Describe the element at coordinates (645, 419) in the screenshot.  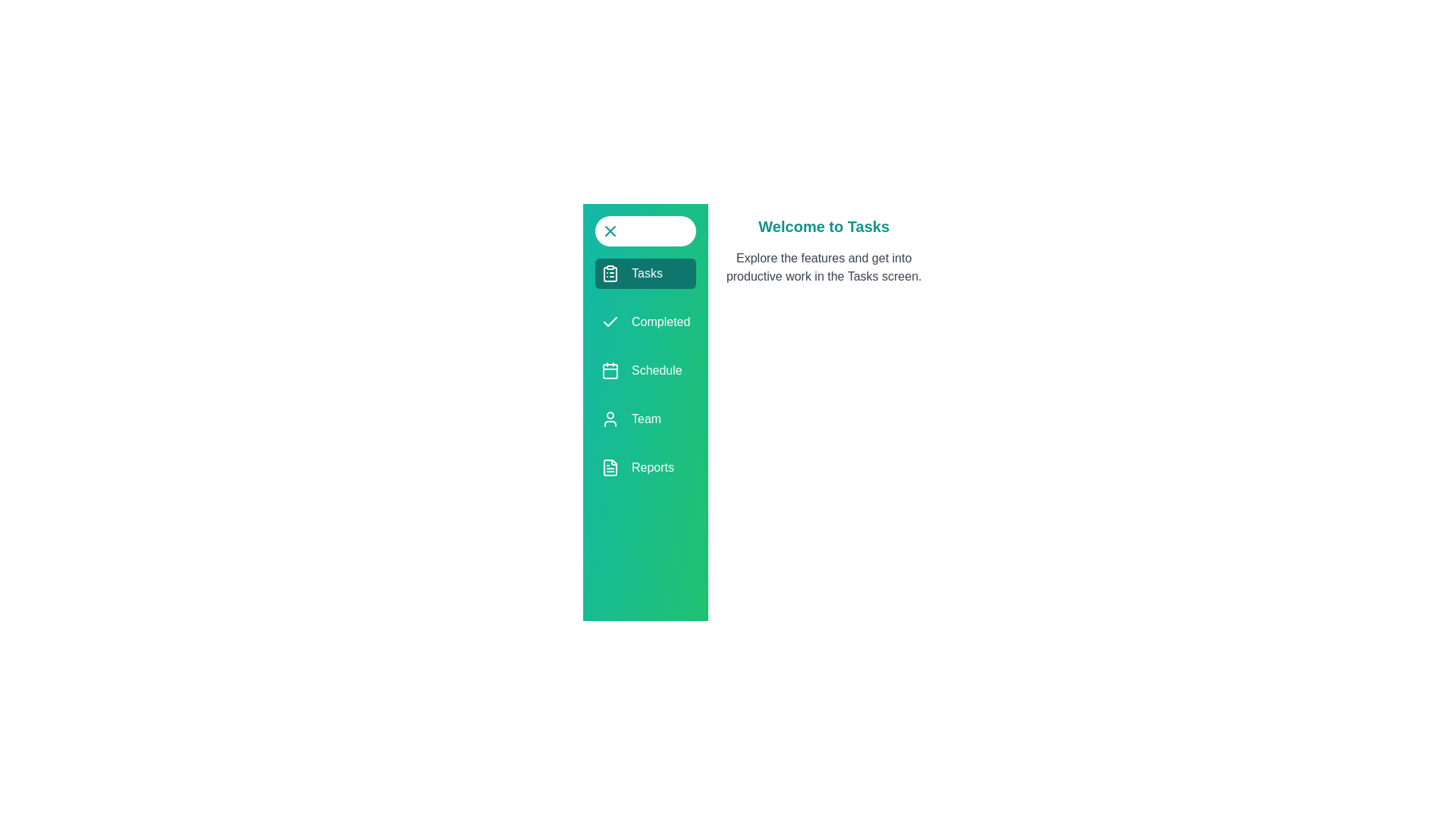
I see `the menu option Team in the drawer` at that location.